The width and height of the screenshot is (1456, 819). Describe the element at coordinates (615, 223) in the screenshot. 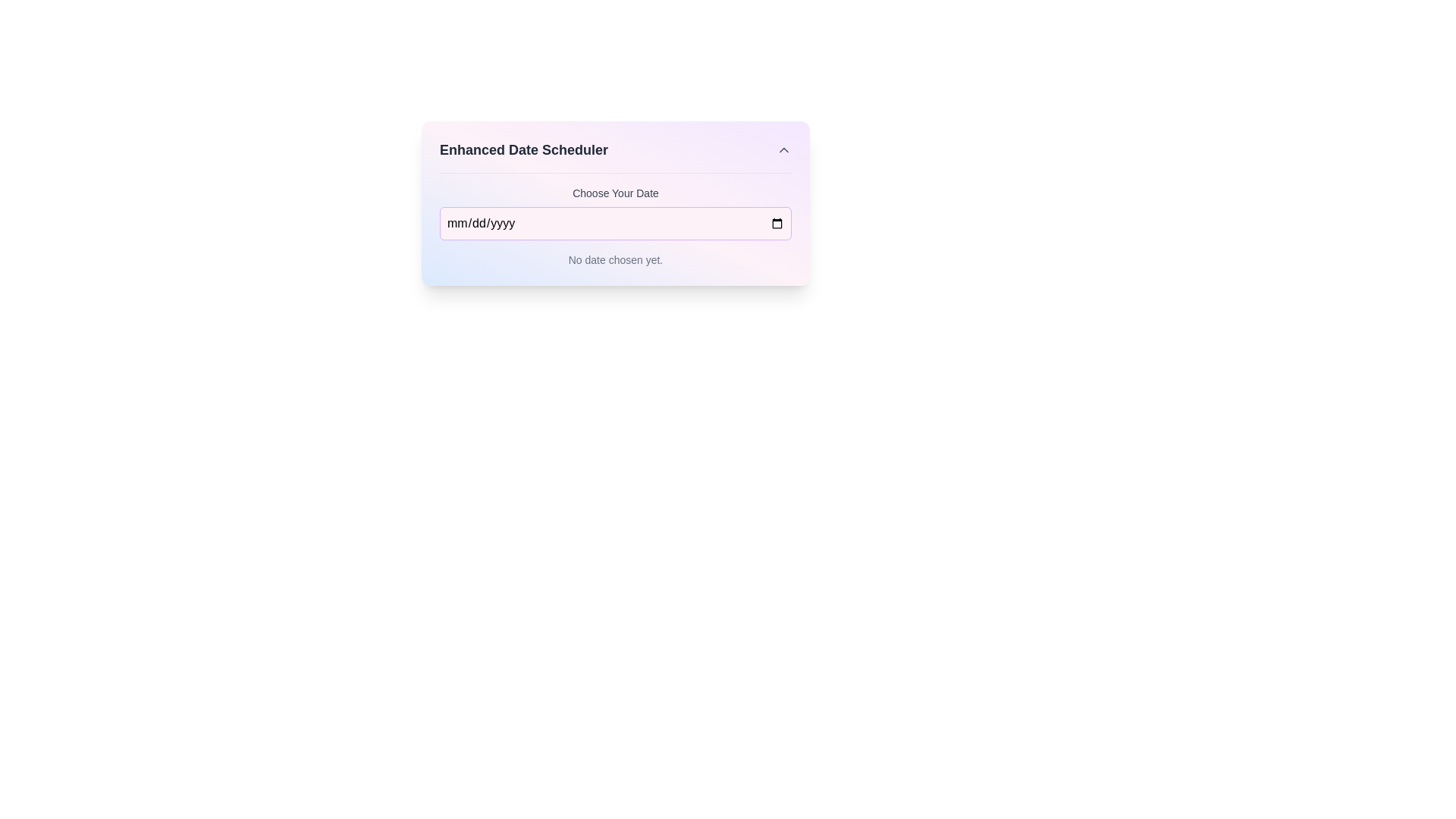

I see `the Date Input Field with a light pink background and purple border to focus the input` at that location.